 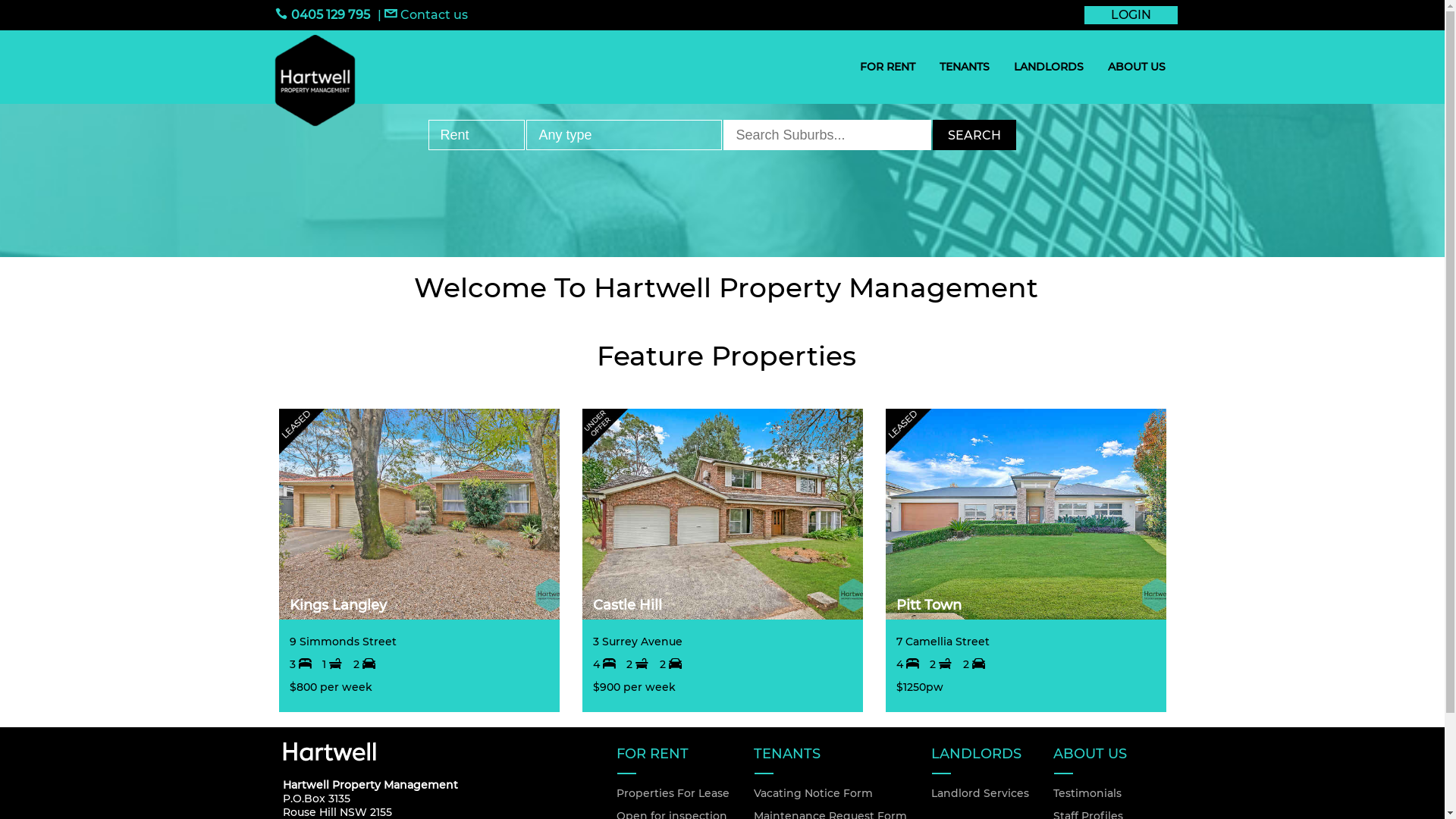 What do you see at coordinates (1131, 14) in the screenshot?
I see `'LOGIN'` at bounding box center [1131, 14].